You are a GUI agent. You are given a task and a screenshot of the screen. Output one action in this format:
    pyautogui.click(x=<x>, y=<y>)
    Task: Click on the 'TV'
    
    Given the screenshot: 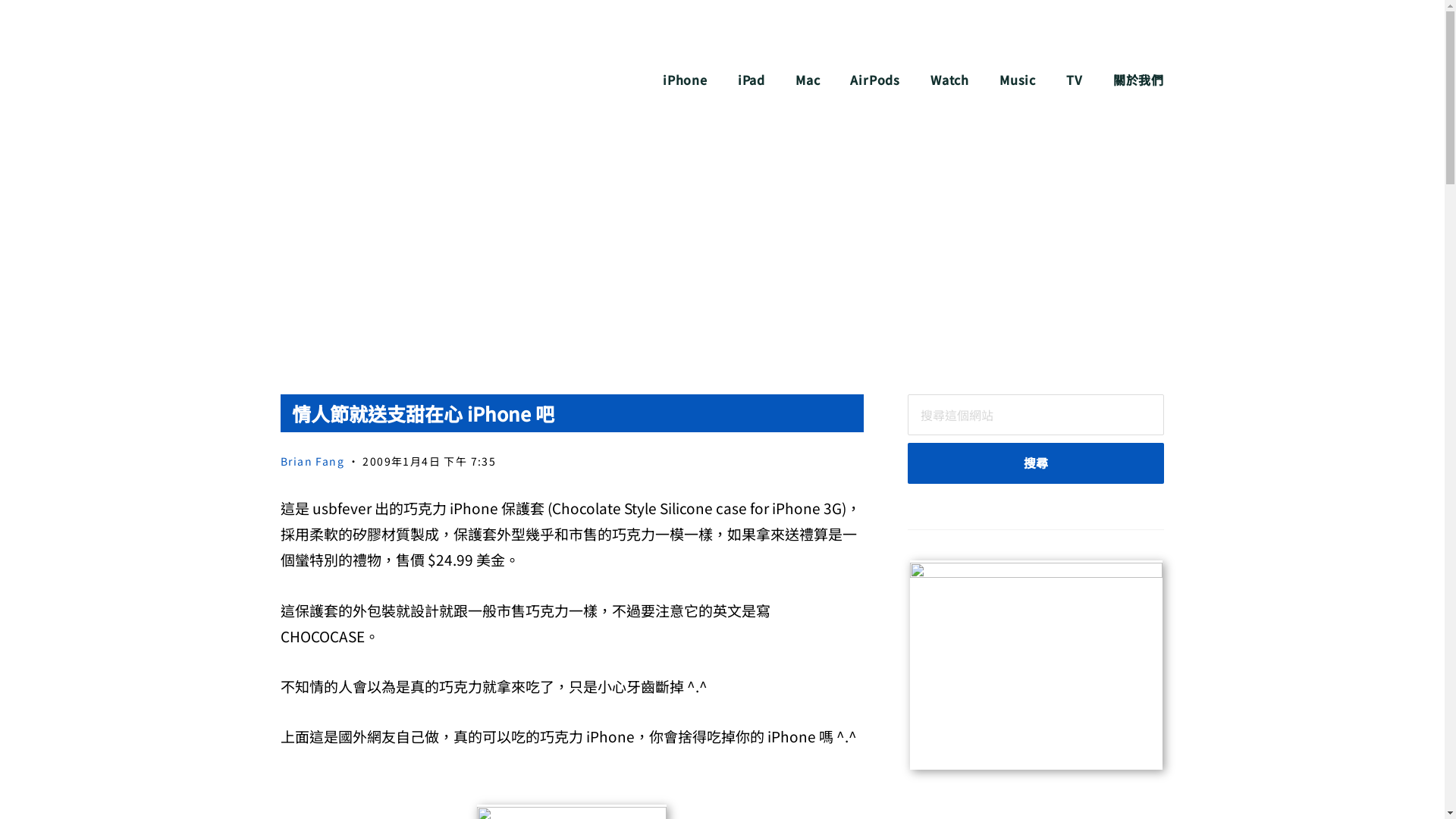 What is the action you would take?
    pyautogui.click(x=1073, y=80)
    